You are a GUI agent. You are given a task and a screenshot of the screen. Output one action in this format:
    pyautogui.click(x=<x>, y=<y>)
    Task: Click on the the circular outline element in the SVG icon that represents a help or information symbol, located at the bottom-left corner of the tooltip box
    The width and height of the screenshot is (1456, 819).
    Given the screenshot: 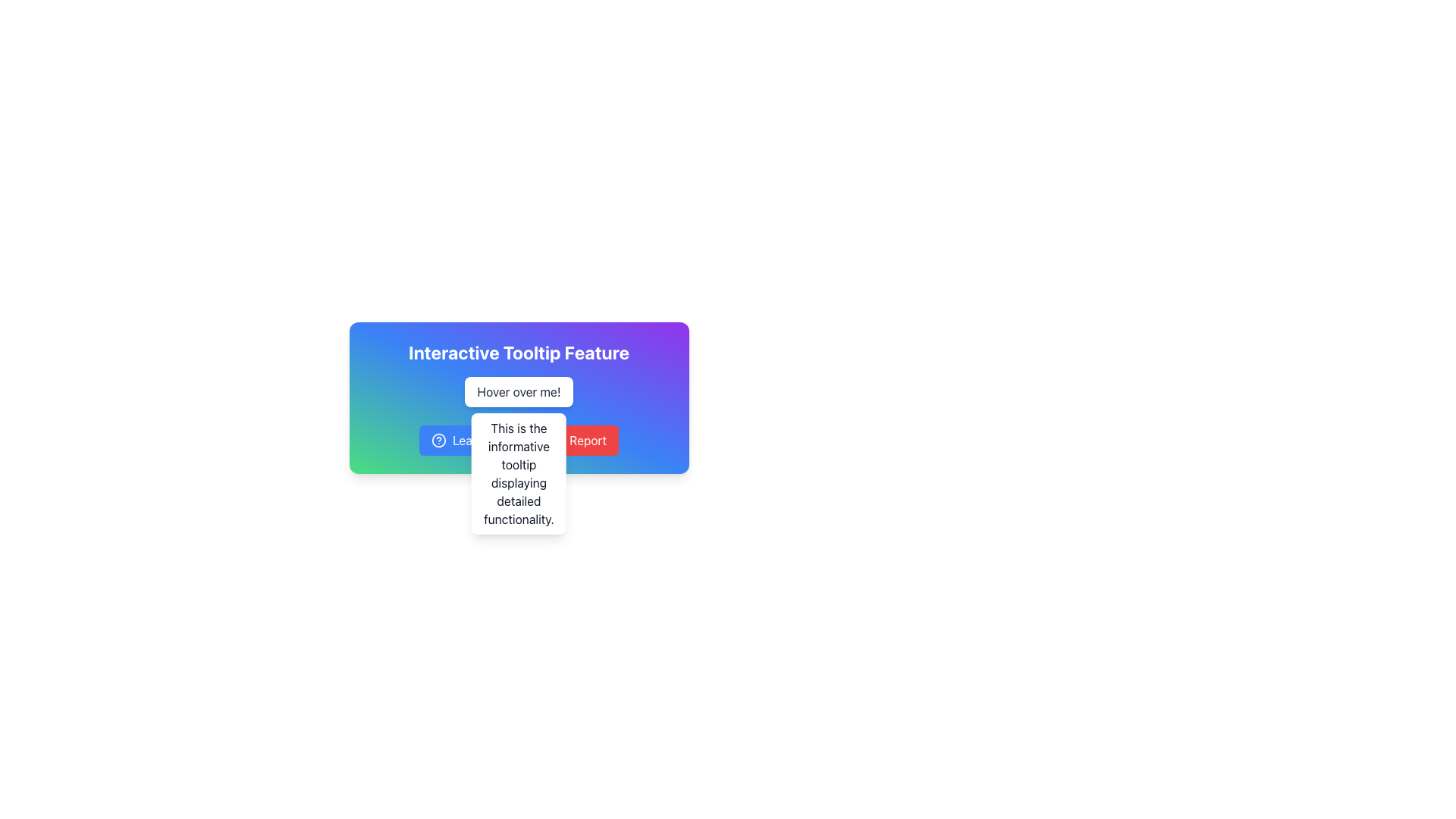 What is the action you would take?
    pyautogui.click(x=555, y=441)
    